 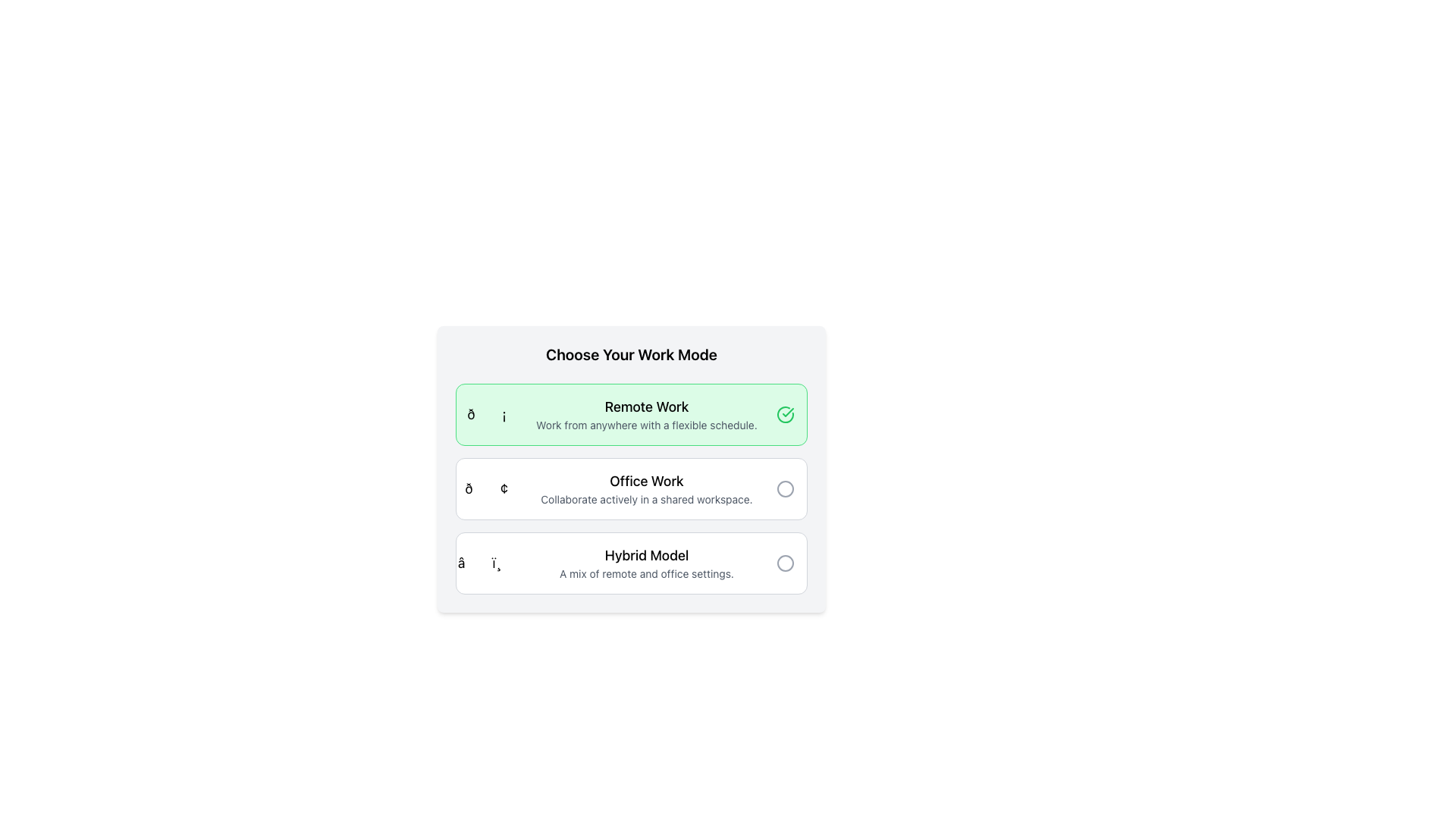 I want to click on text label that says 'Work from anywhere with a flexible schedule.' located in the green-highlighted 'Remote Work' section below the 'Remote Work' header, so click(x=647, y=425).